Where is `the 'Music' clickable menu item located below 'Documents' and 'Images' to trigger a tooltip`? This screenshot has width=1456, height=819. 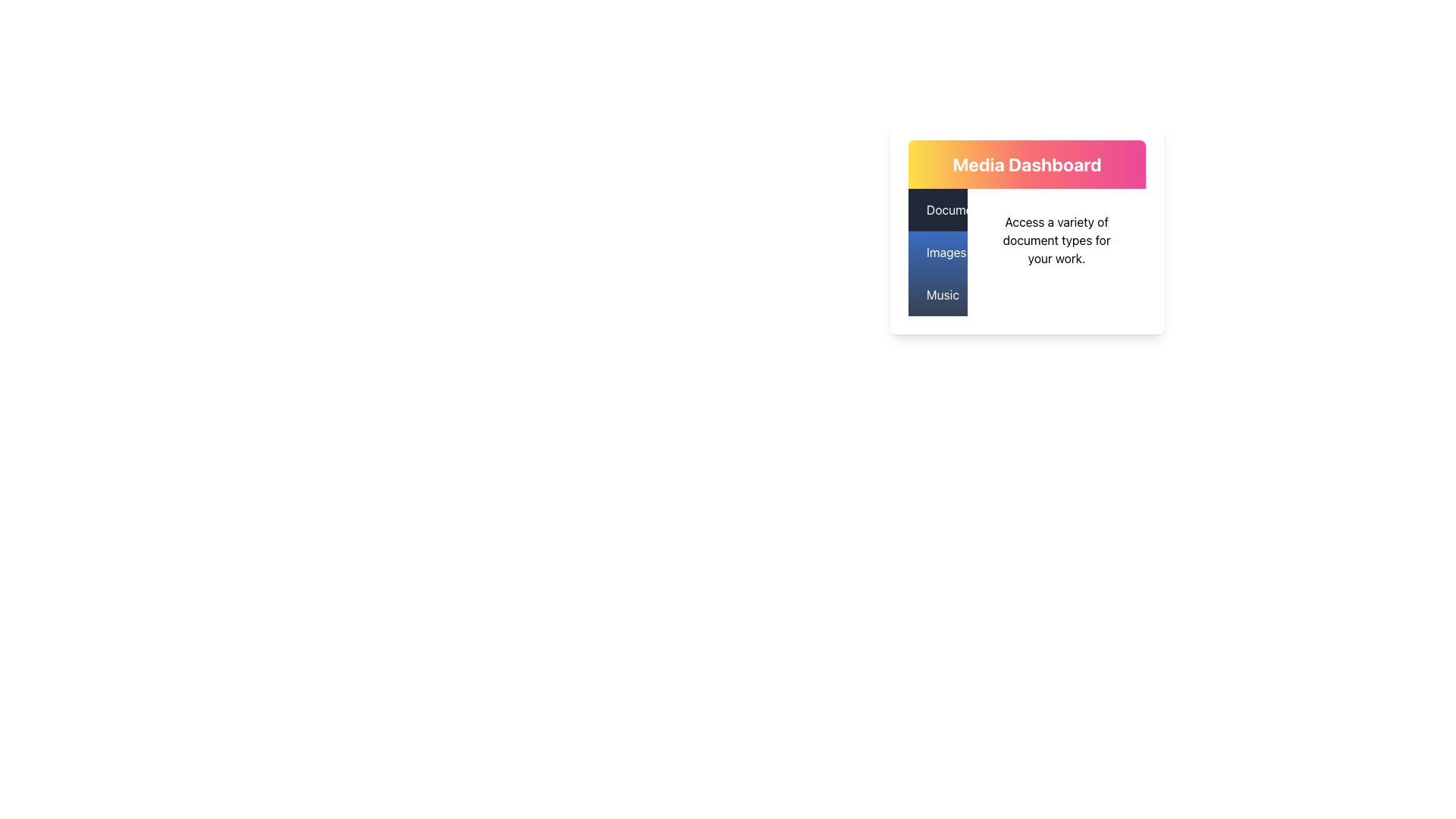 the 'Music' clickable menu item located below 'Documents' and 'Images' to trigger a tooltip is located at coordinates (937, 295).